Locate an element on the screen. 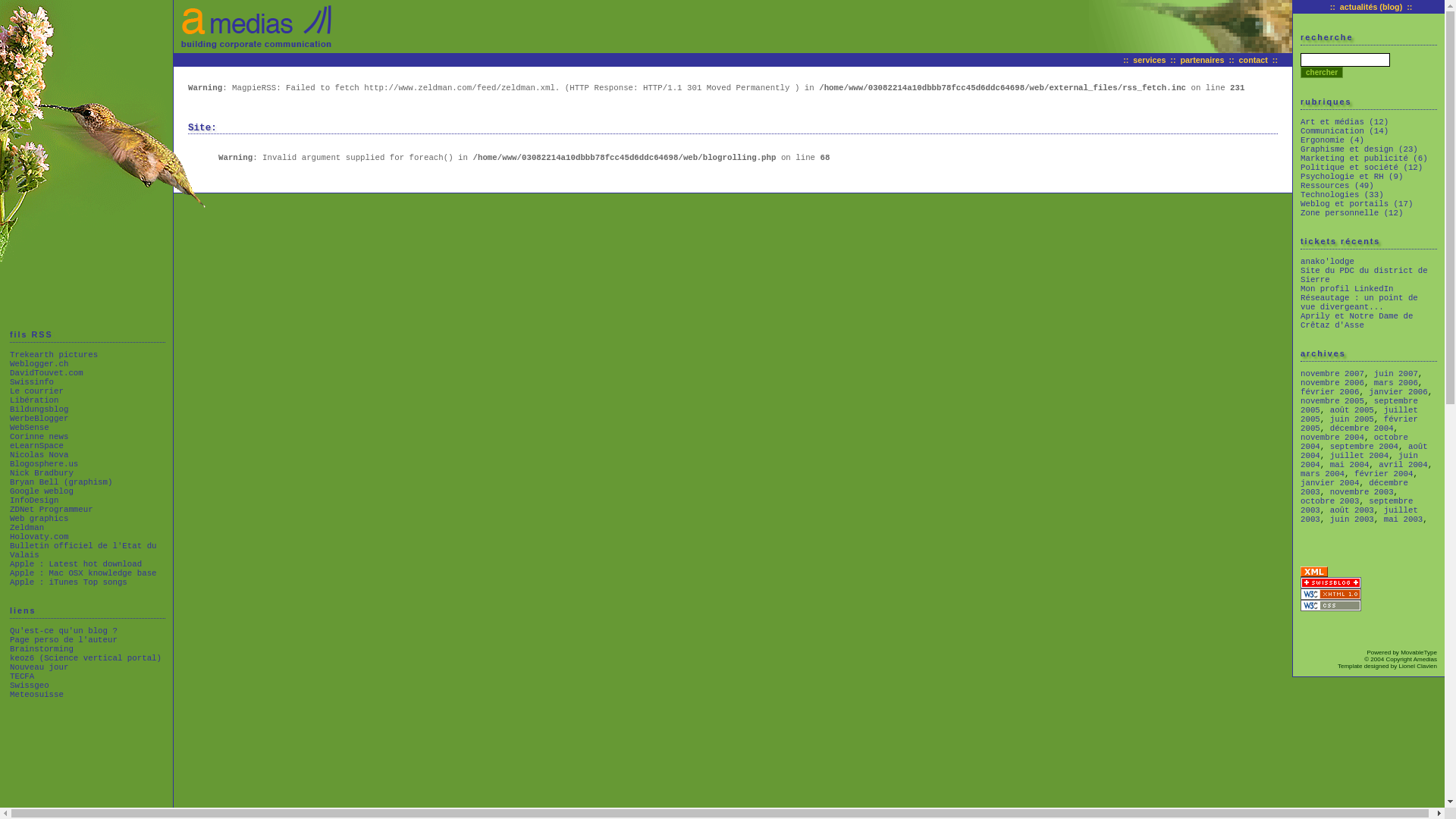  'InfoDesign' is located at coordinates (34, 500).